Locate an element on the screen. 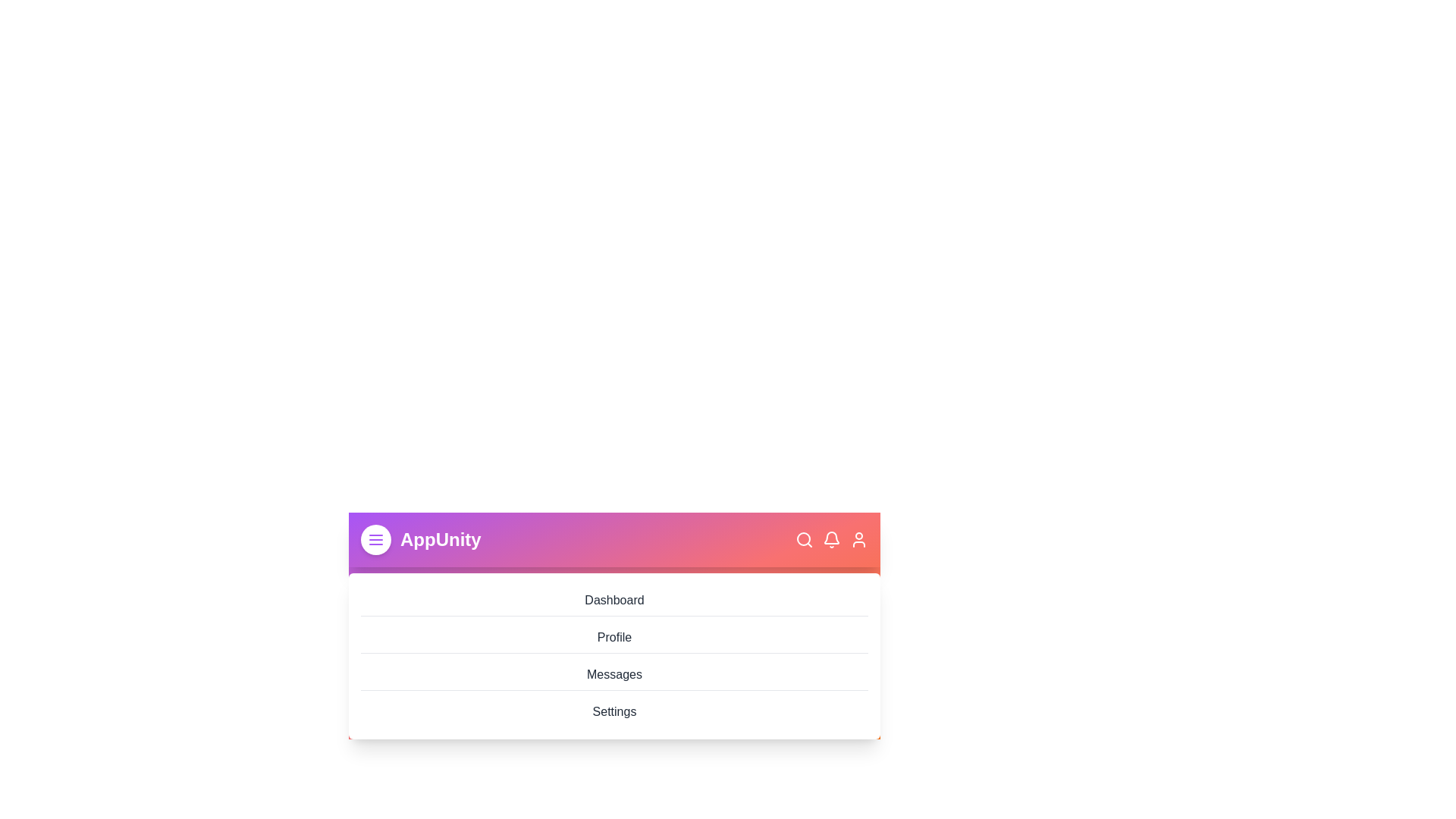  the menu item labeled Profile to navigate to the corresponding section is located at coordinates (614, 638).